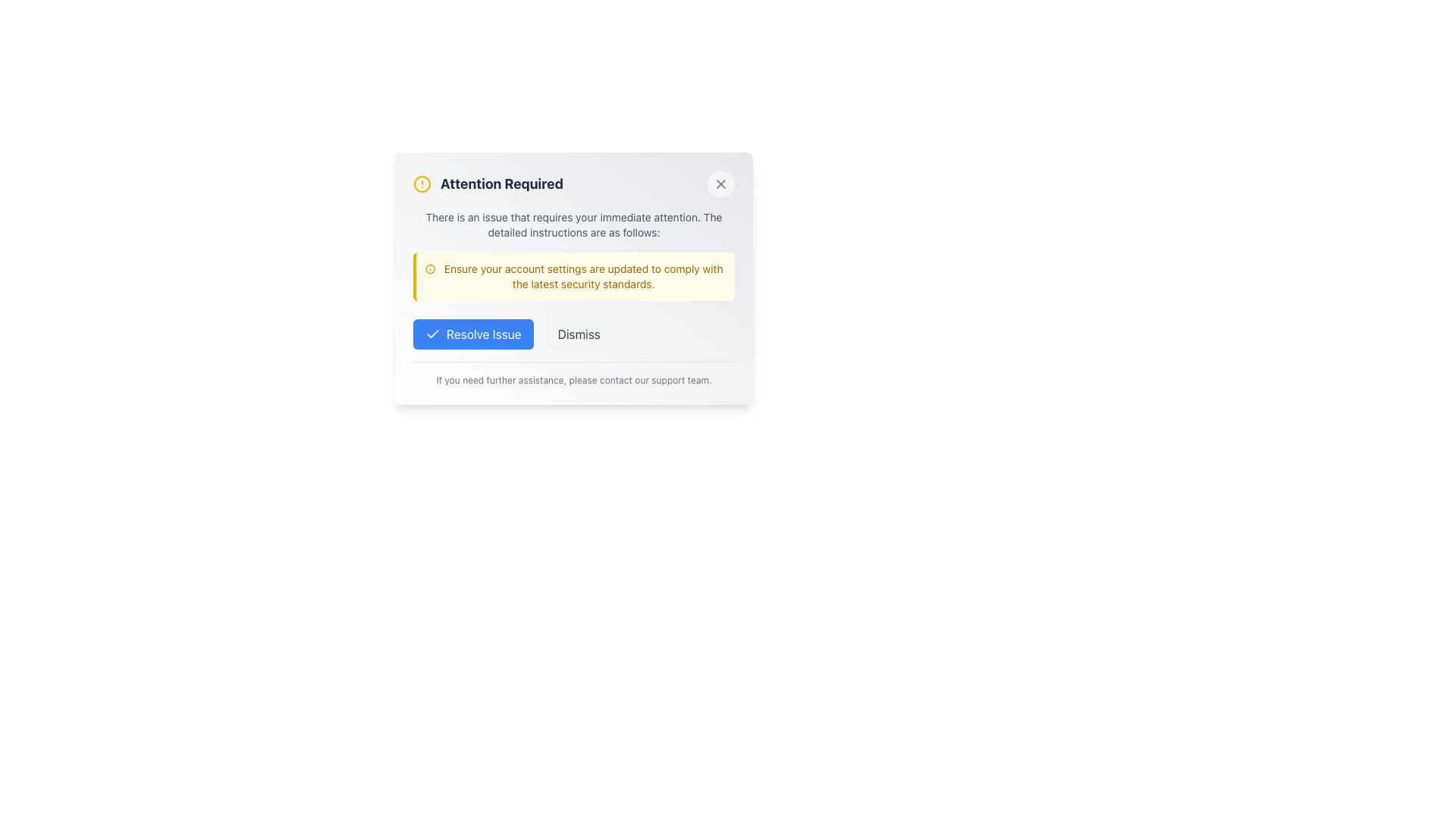 The image size is (1456, 819). Describe the element at coordinates (574, 277) in the screenshot. I see `the Informational Text Block that conveys account security warnings, located centrally in the modal dialog below the heading 'Attention Required'` at that location.